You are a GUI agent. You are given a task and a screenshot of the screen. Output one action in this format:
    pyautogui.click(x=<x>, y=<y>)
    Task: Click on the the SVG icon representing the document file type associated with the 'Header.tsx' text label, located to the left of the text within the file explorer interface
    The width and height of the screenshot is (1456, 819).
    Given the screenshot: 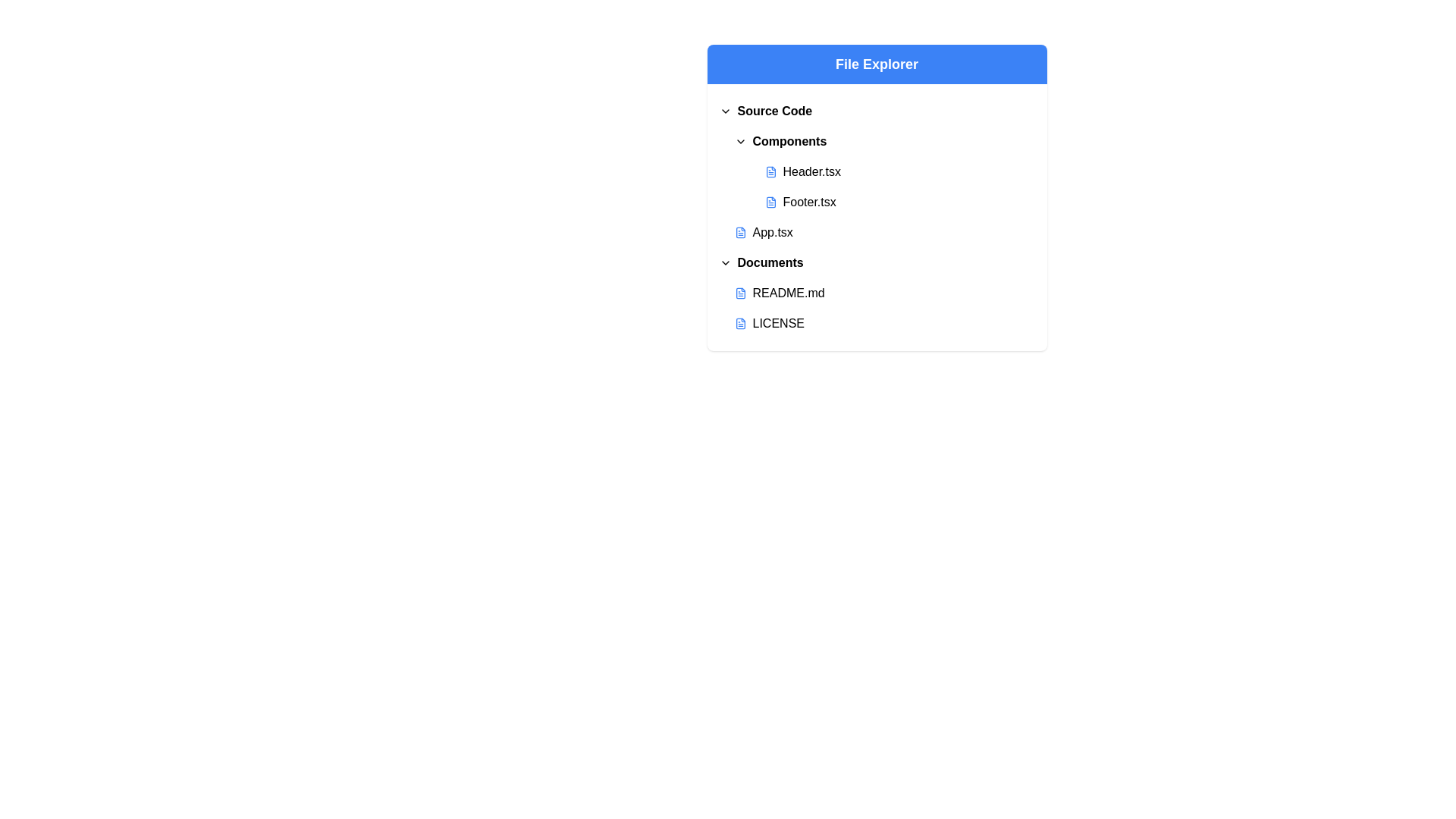 What is the action you would take?
    pyautogui.click(x=770, y=171)
    